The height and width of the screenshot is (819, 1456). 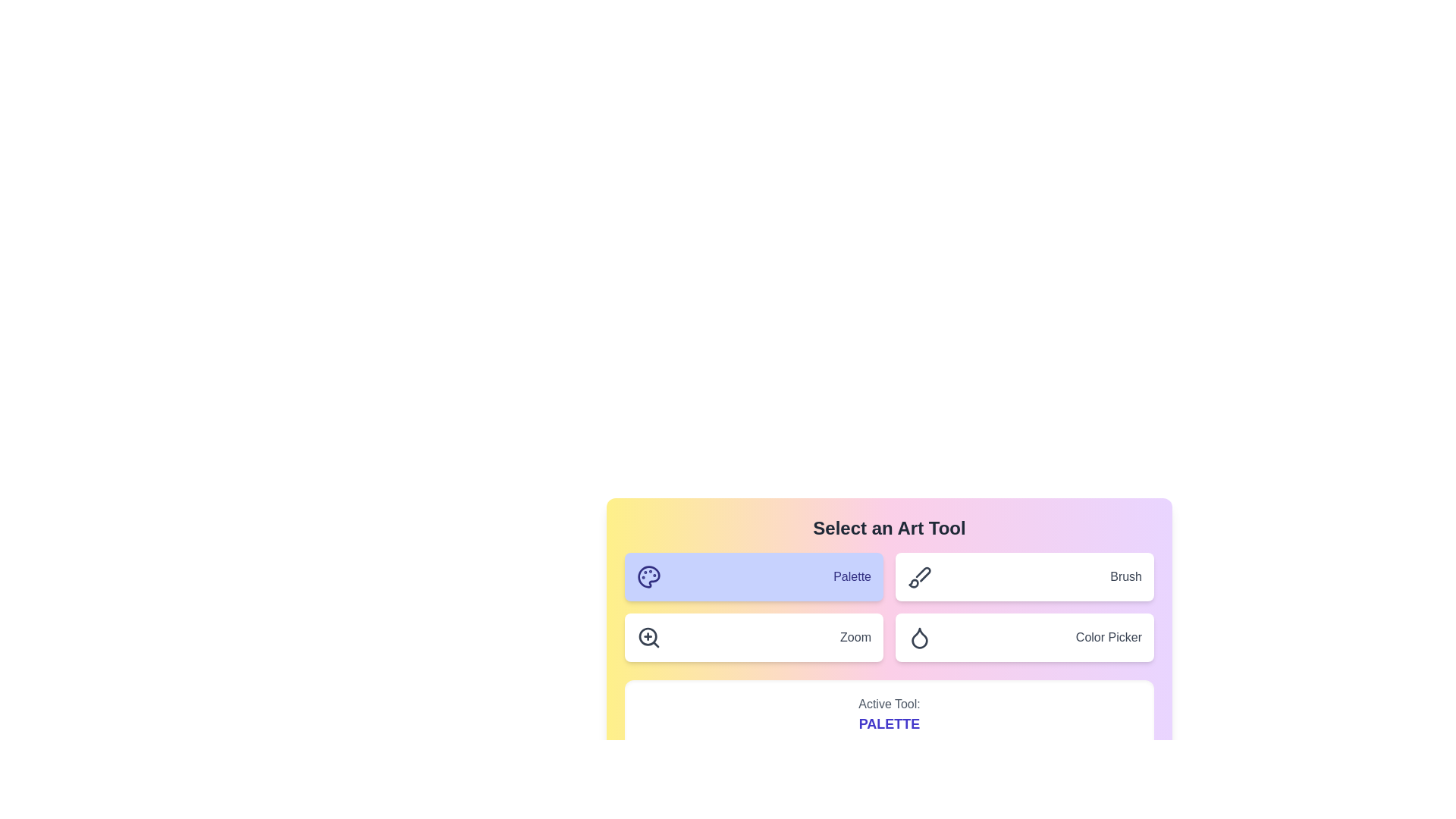 What do you see at coordinates (754, 637) in the screenshot?
I see `the tool Zoom by clicking its corresponding button` at bounding box center [754, 637].